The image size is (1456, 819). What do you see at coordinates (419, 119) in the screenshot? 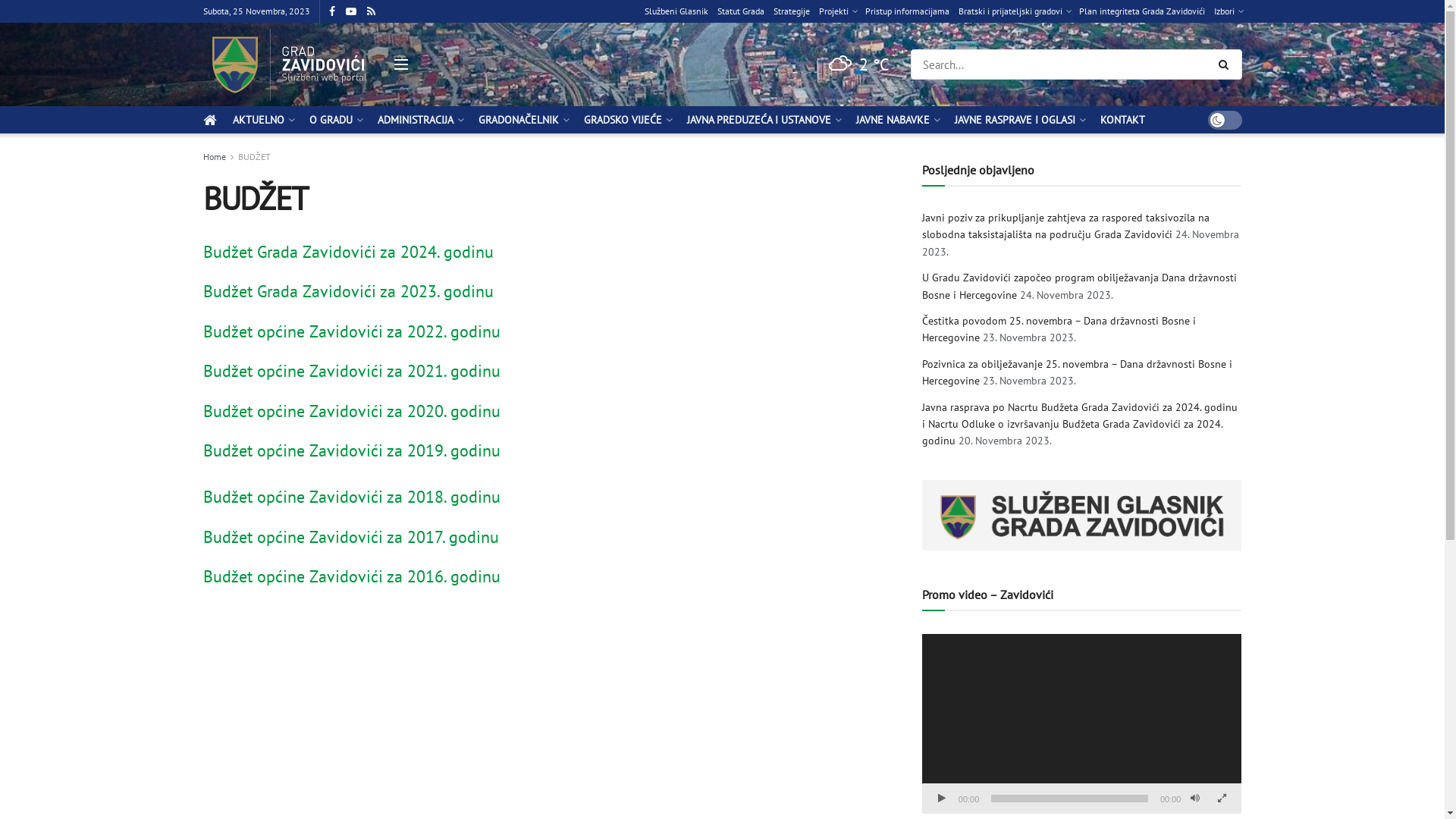
I see `'ADMINISTRACIJA'` at bounding box center [419, 119].